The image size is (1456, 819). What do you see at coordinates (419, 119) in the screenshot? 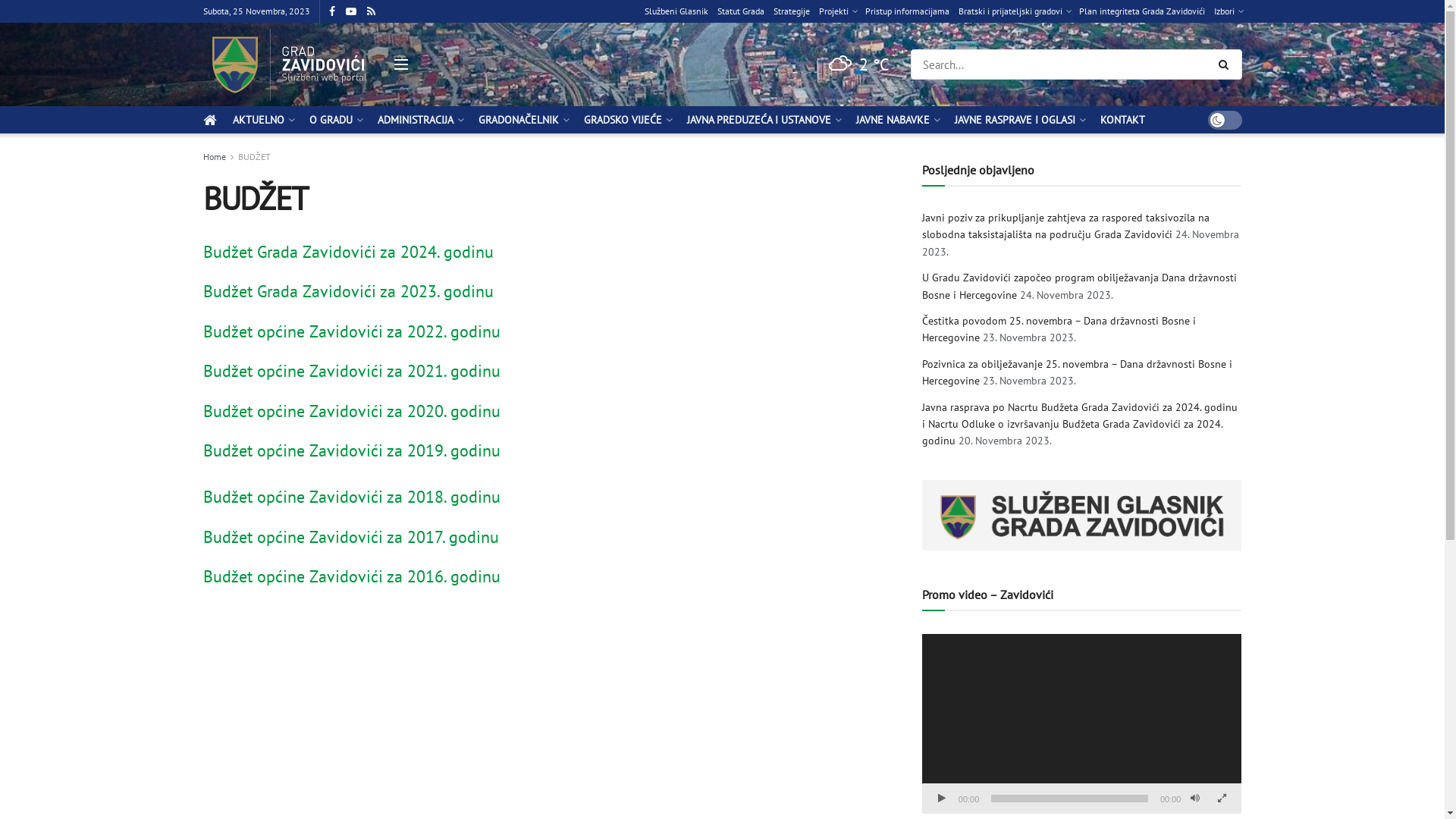
I see `'ADMINISTRACIJA'` at bounding box center [419, 119].